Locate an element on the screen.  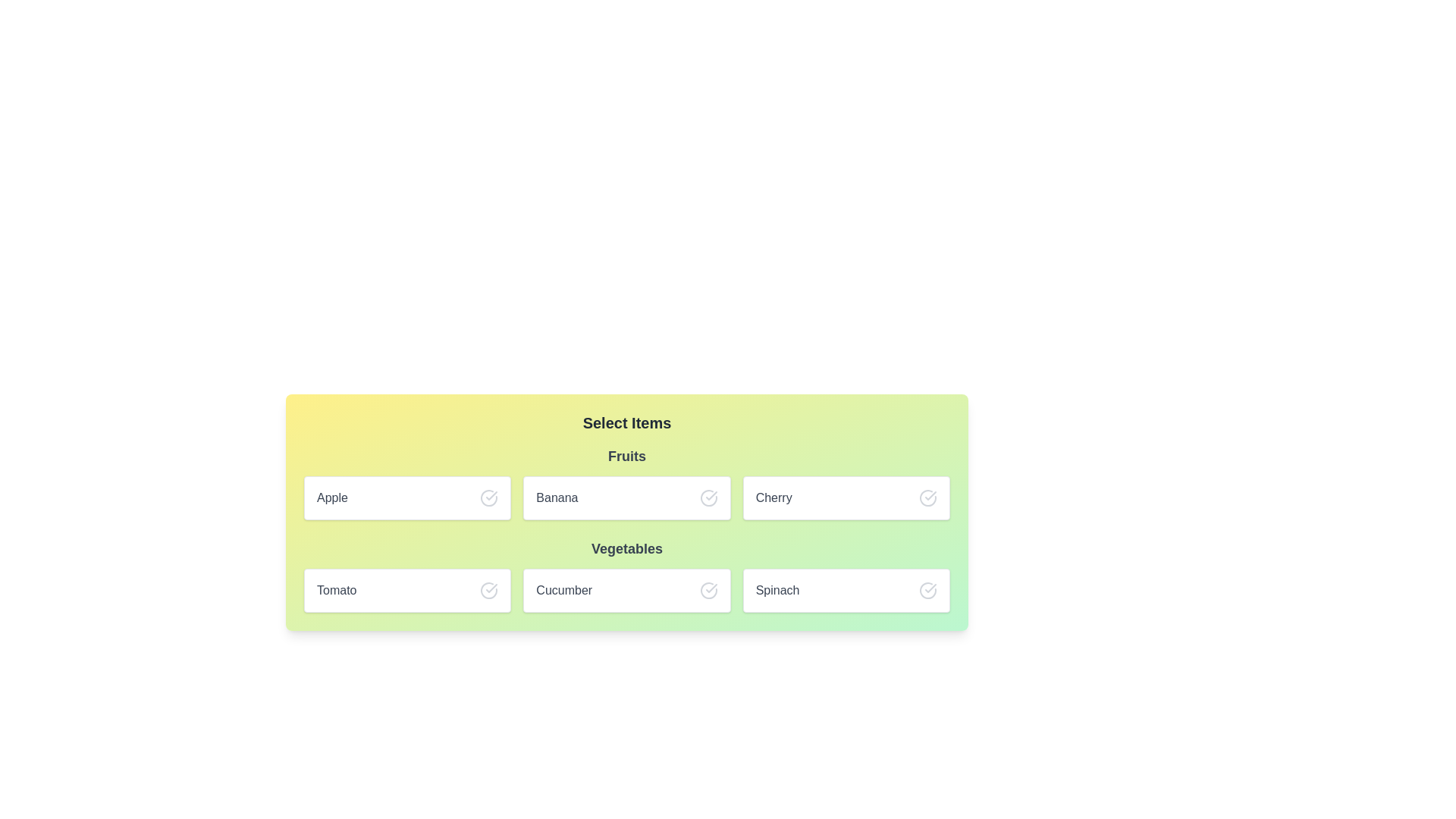
the 'Spinach' selectable list item, which is the third item is located at coordinates (846, 590).